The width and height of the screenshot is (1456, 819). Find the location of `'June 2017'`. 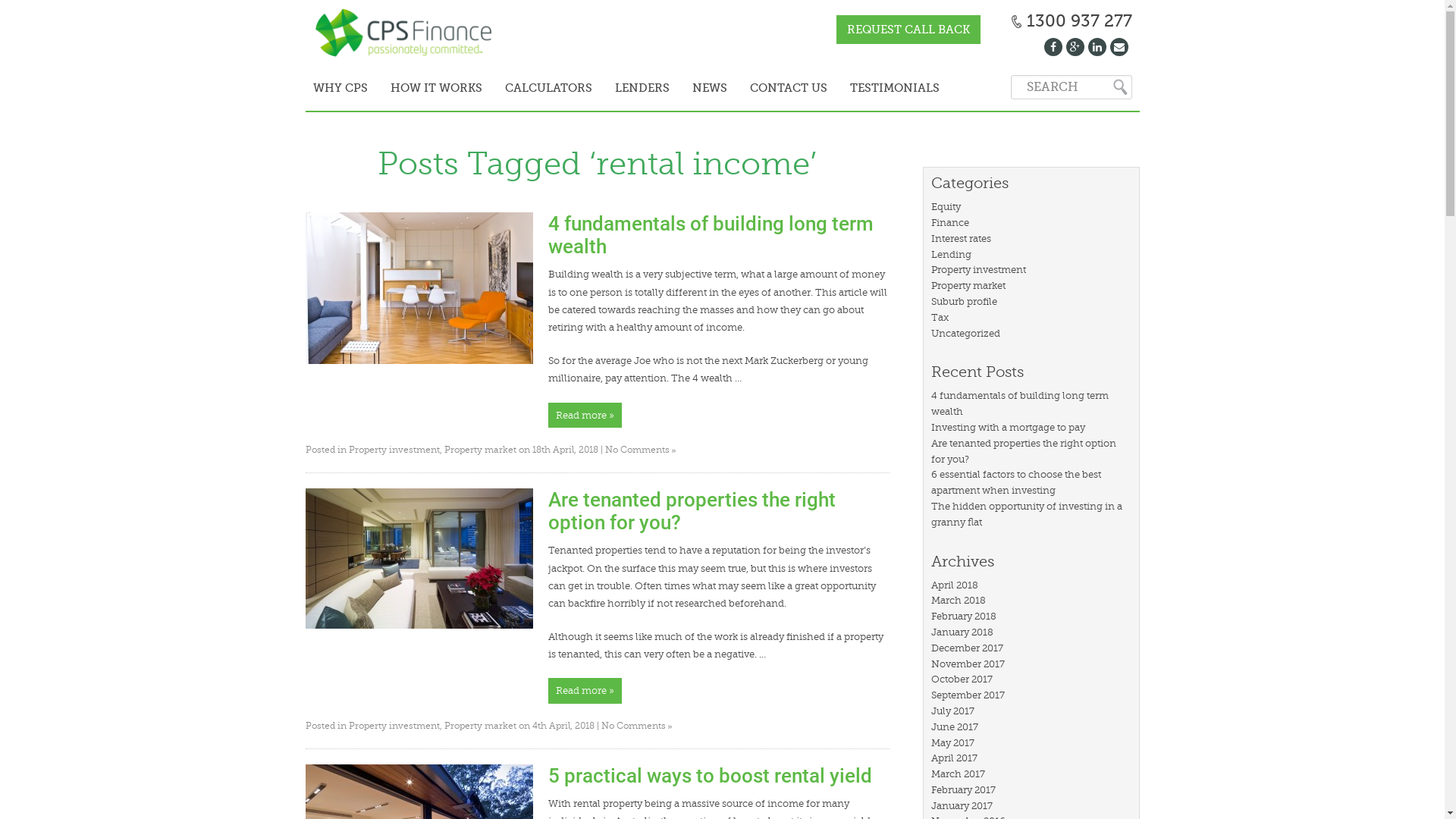

'June 2017' is located at coordinates (953, 726).